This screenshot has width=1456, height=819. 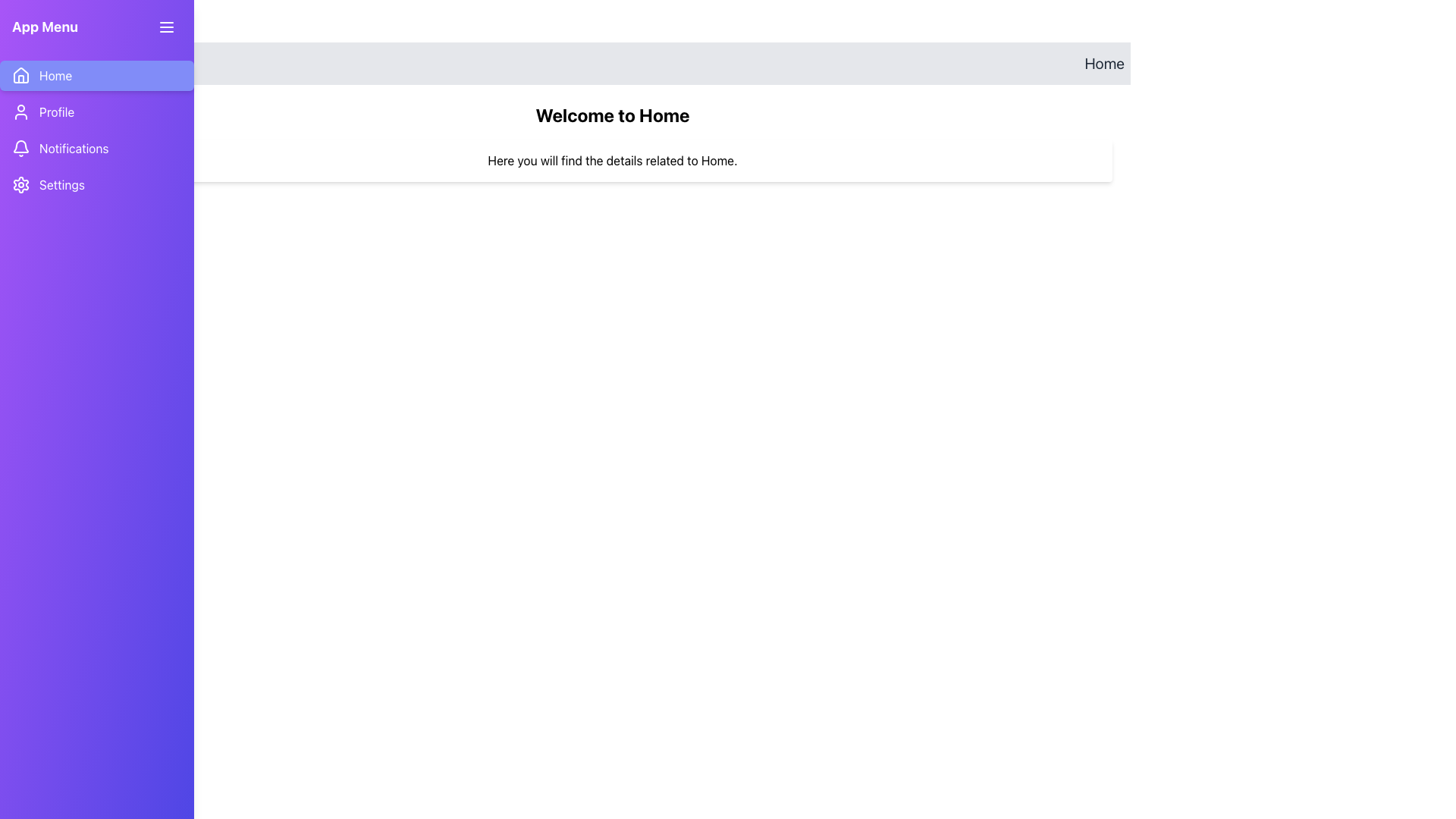 I want to click on the interactive SVG icon located at the top-right corner of the purple sidebar menu, so click(x=167, y=27).